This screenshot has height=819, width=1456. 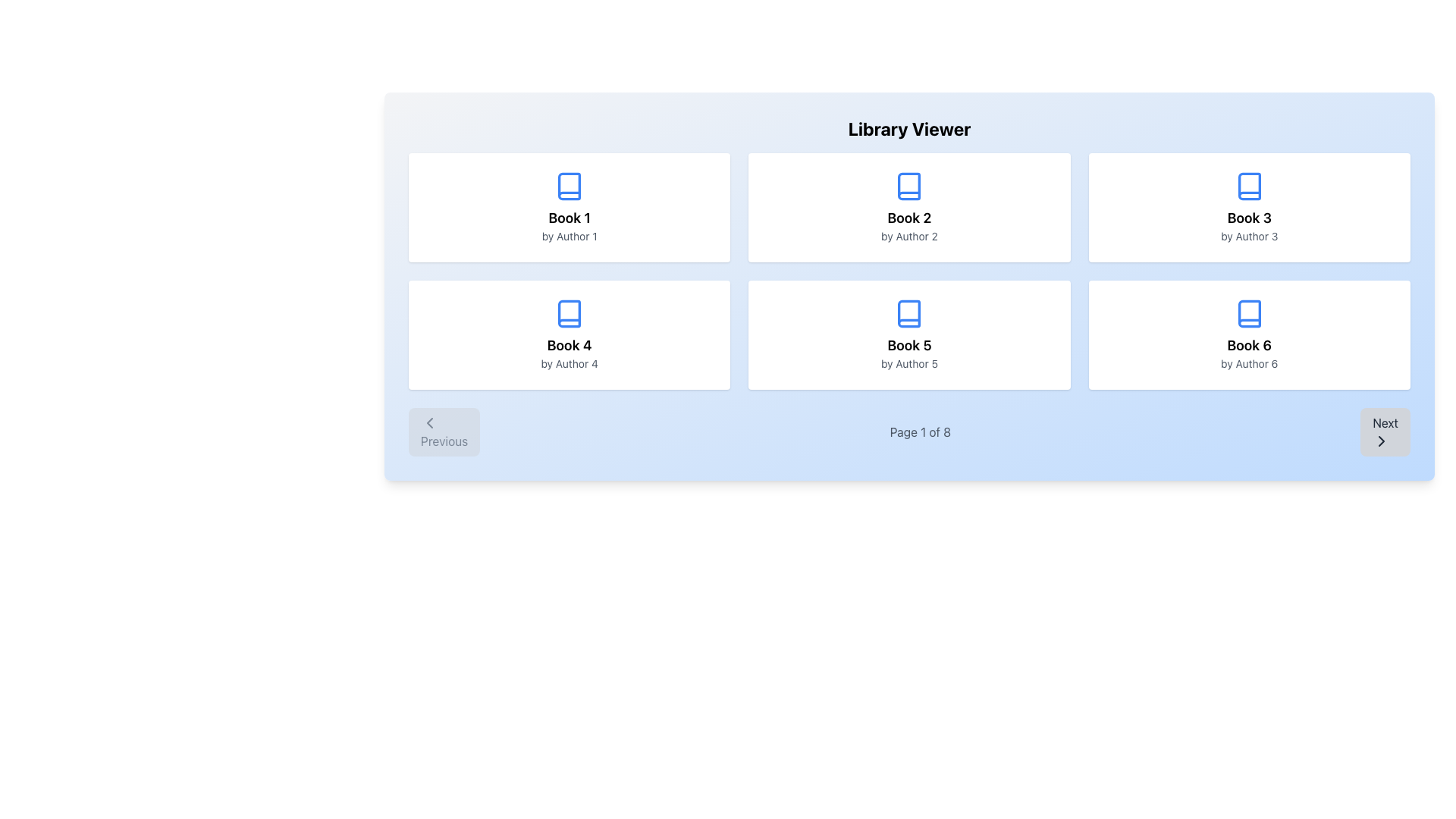 What do you see at coordinates (569, 345) in the screenshot?
I see `the static text displaying 'Book 4', which is located in the second row and first column of the book grid within its card` at bounding box center [569, 345].